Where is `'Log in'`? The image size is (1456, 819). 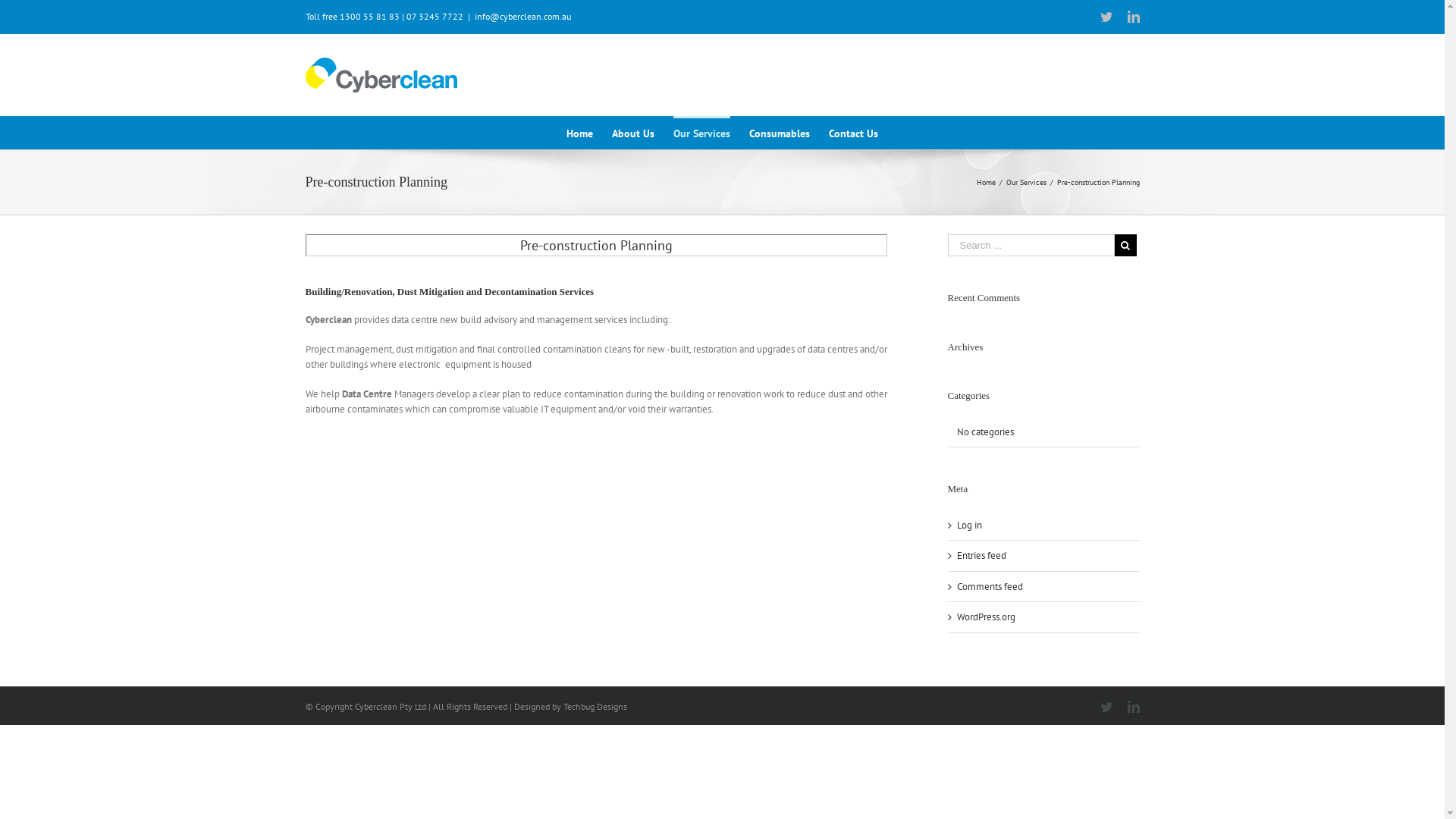 'Log in' is located at coordinates (968, 524).